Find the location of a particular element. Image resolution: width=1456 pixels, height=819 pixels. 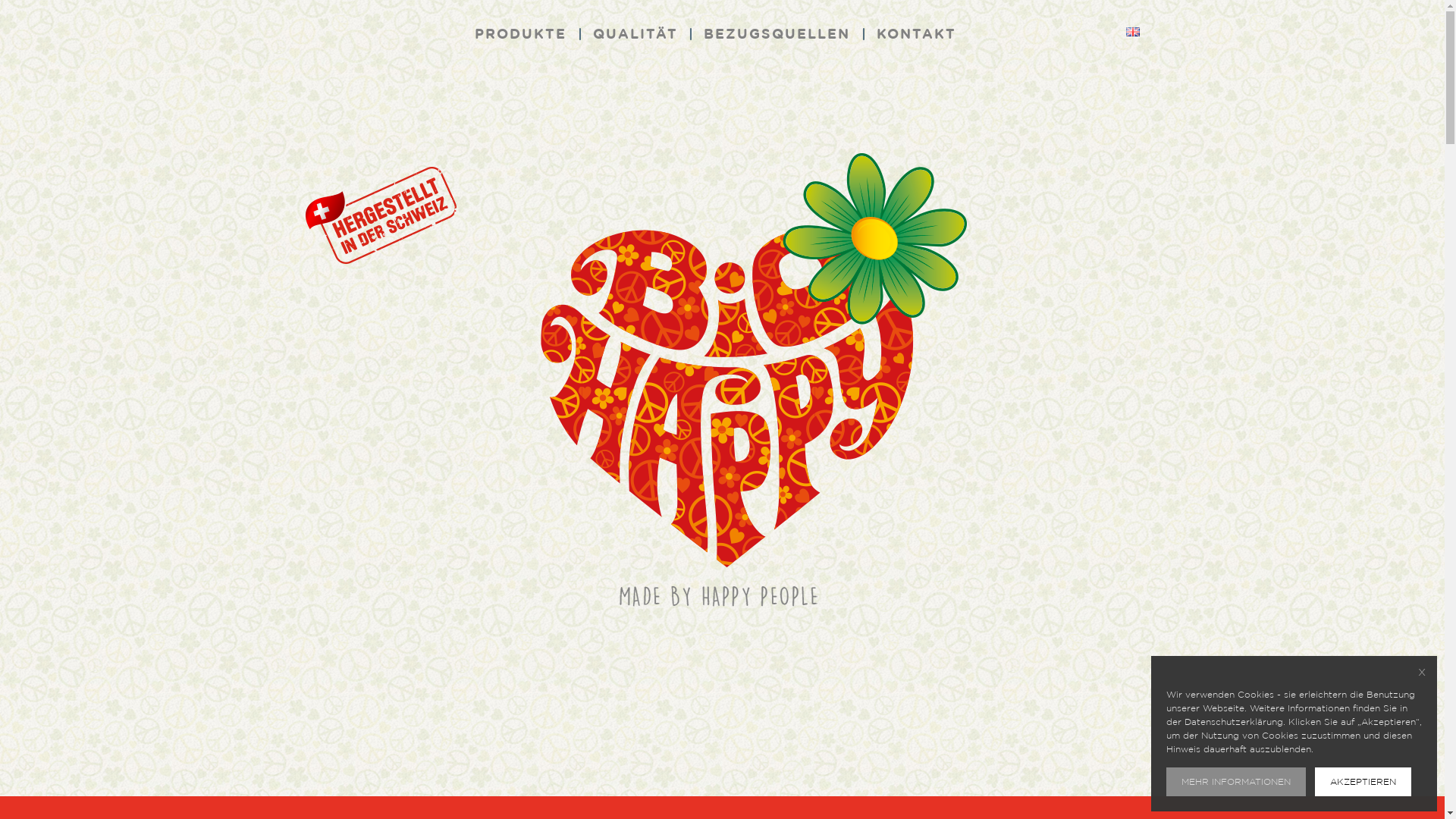

'BEZUGSQUELLEN' is located at coordinates (777, 34).